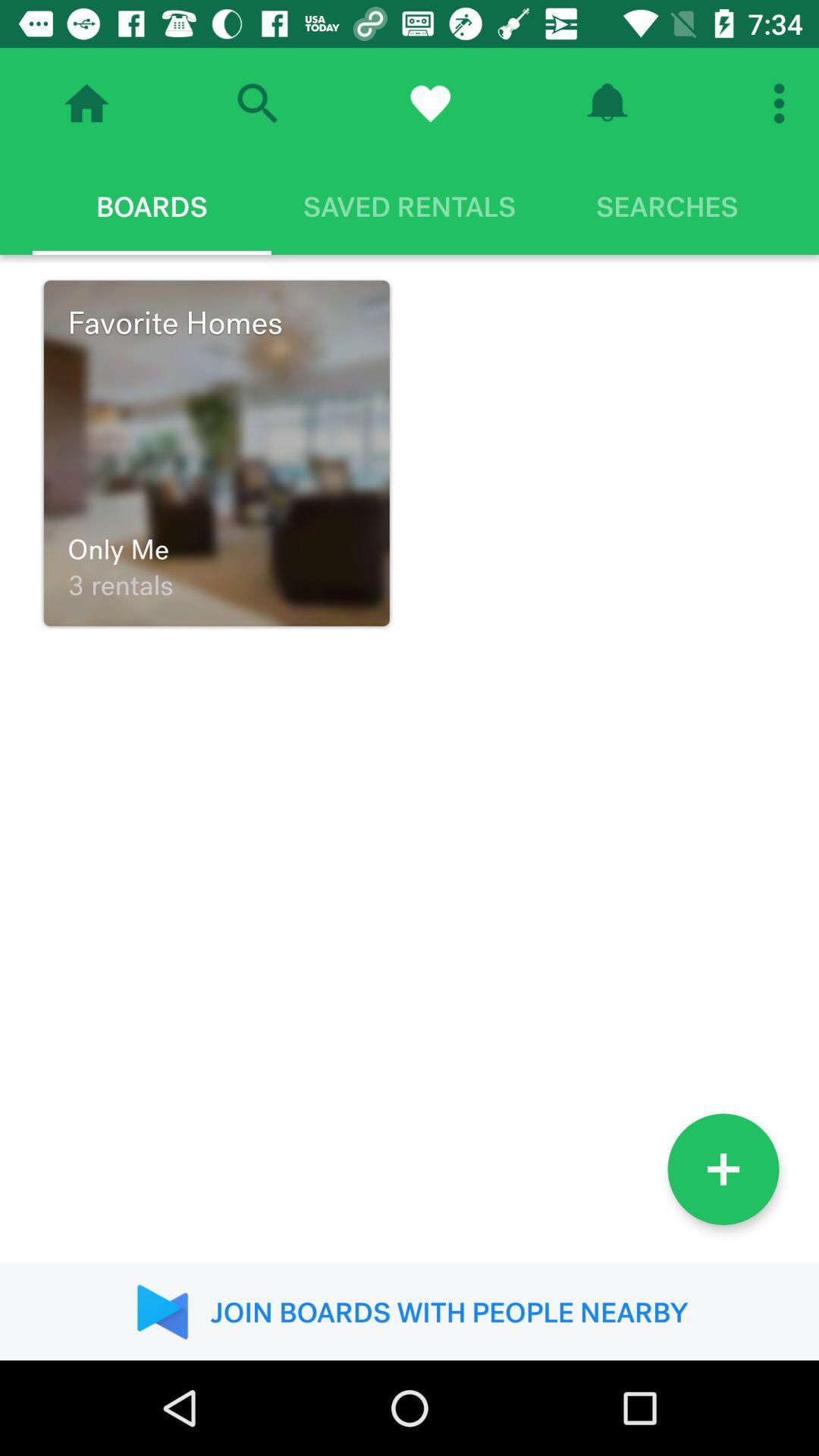 Image resolution: width=819 pixels, height=1456 pixels. I want to click on the 3 dot  more option on the top right, so click(783, 103).